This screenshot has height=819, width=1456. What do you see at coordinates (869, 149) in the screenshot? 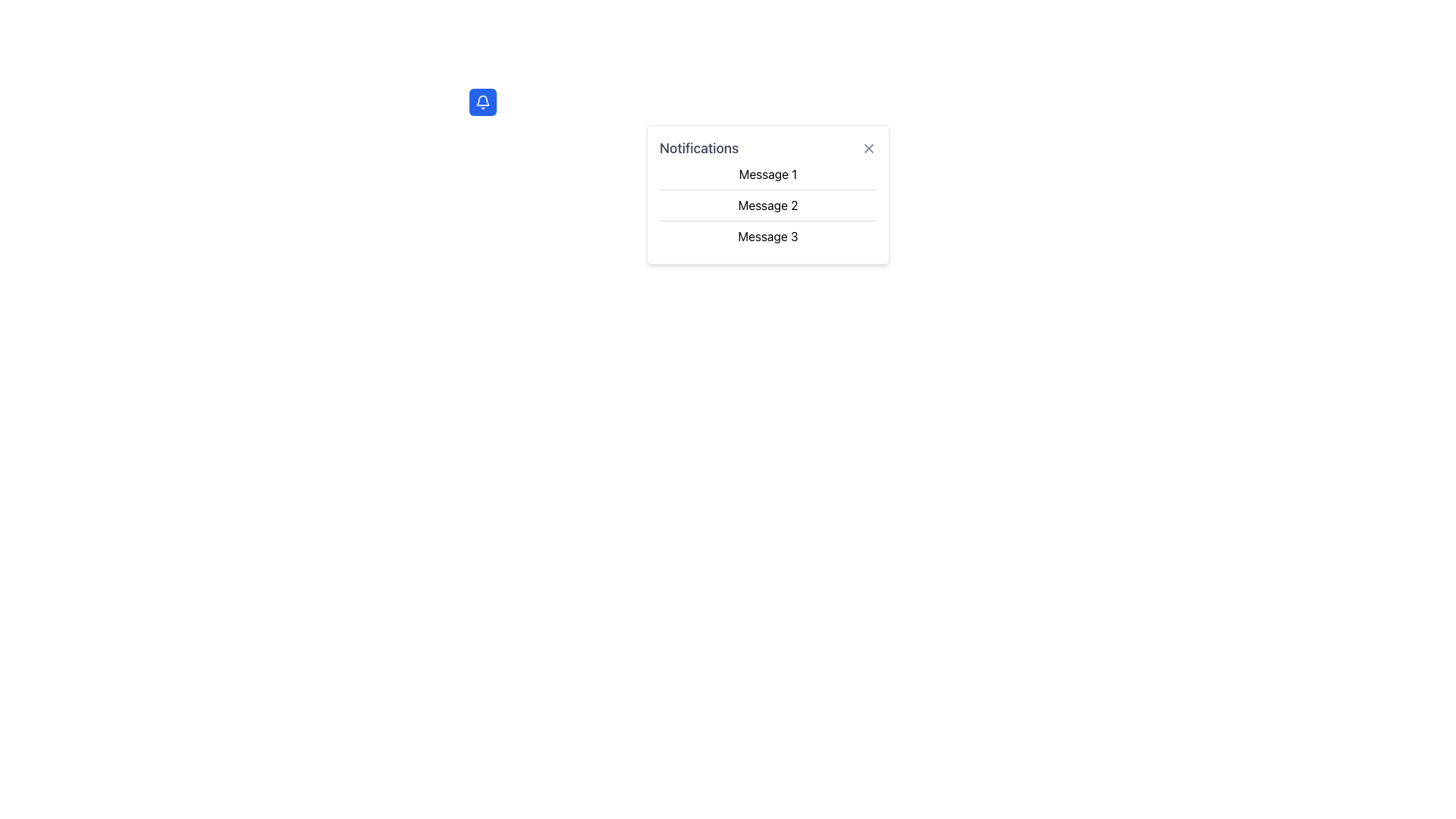
I see `the close button icon for the notification panel, which is located at the top-right corner of the panel, aligned with the title text 'Notifications'` at bounding box center [869, 149].